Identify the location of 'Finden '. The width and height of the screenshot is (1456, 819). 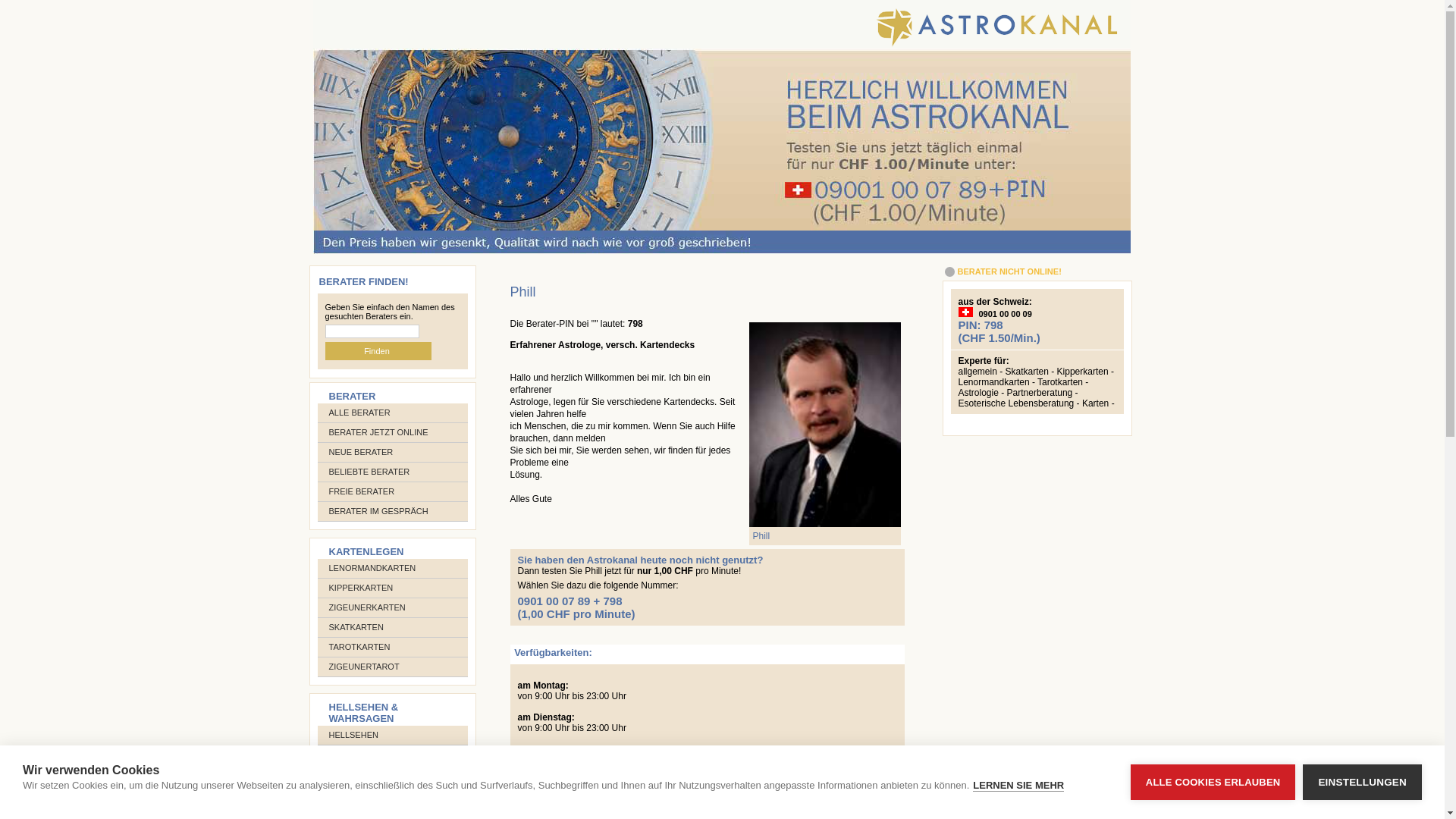
(378, 350).